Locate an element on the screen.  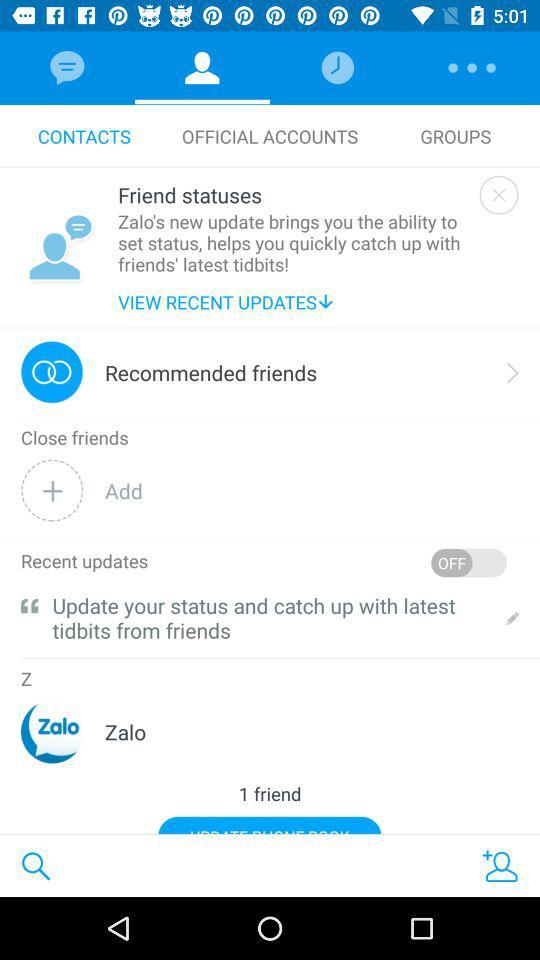
alert is located at coordinates (498, 195).